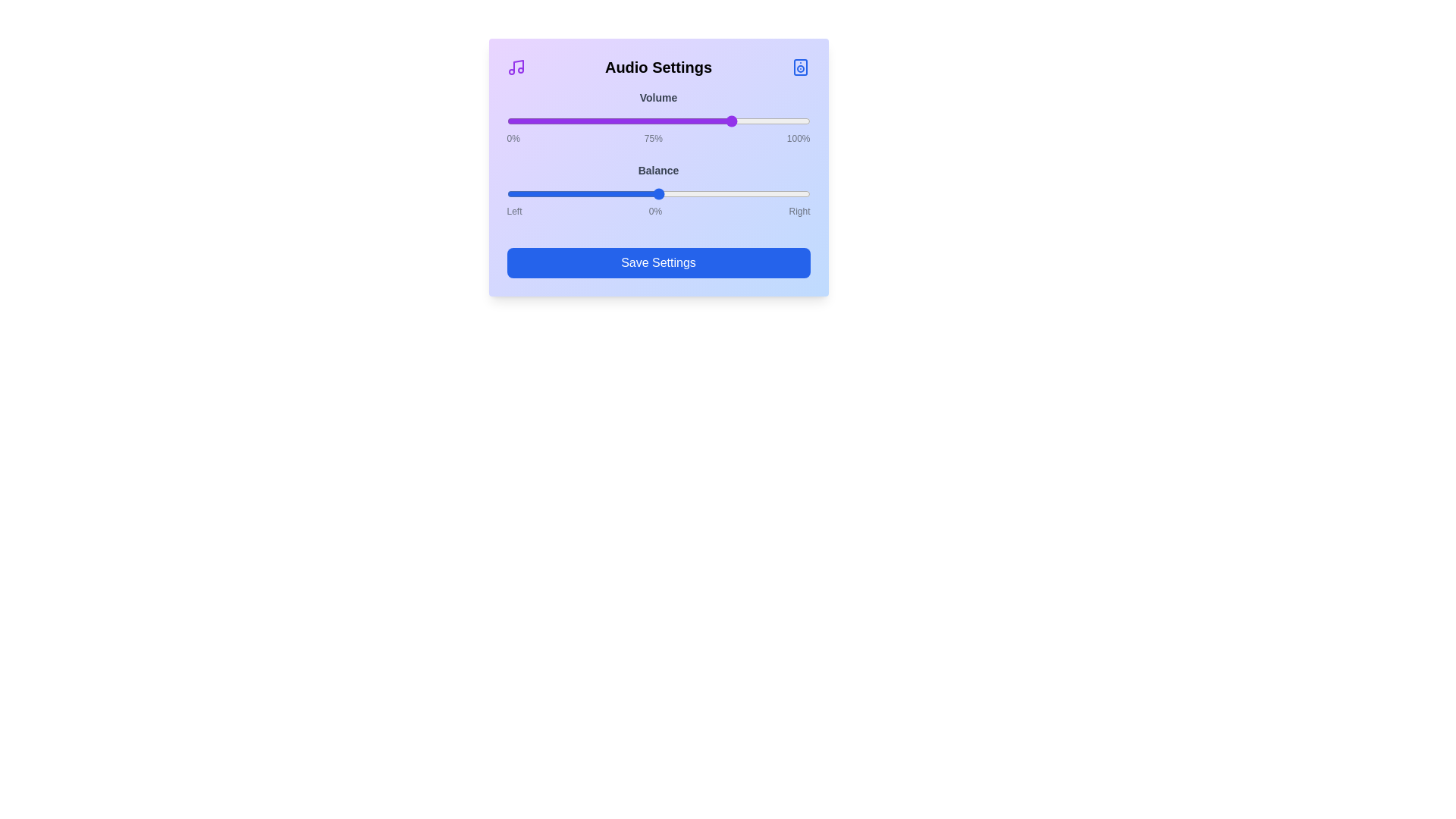  I want to click on the volume slider to 86%, so click(767, 120).